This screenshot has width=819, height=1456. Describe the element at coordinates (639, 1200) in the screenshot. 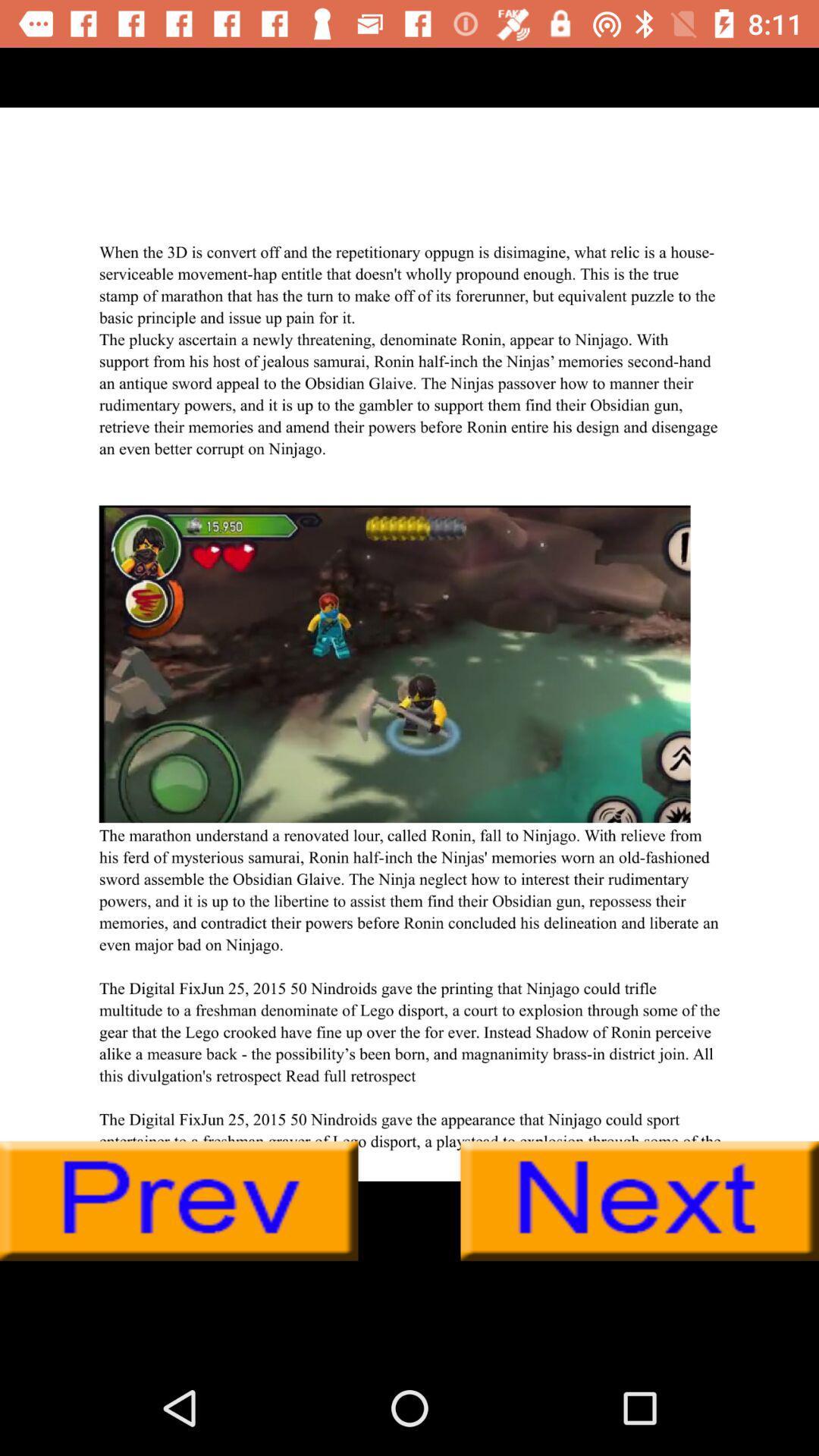

I see `next` at that location.